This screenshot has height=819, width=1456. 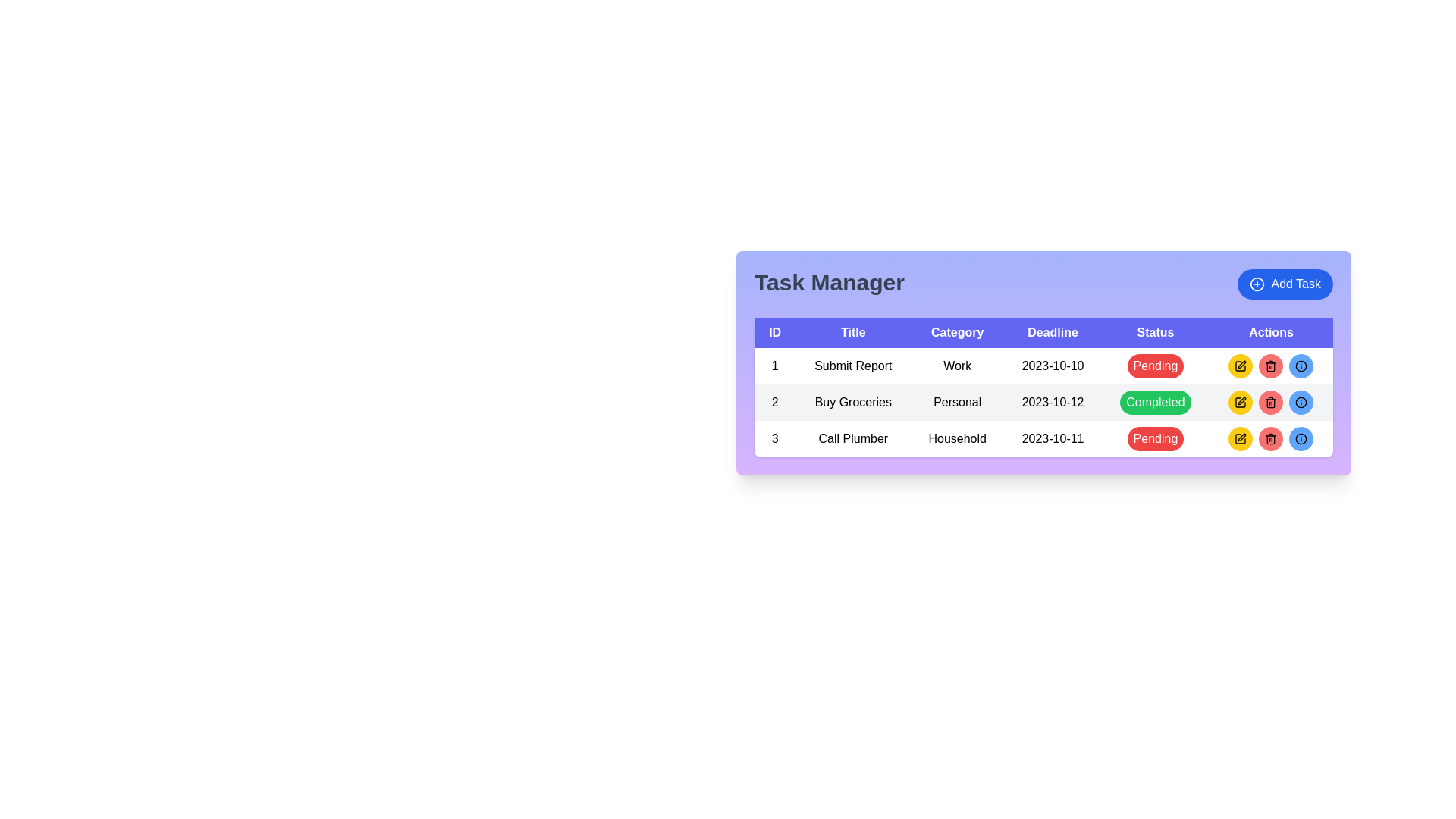 I want to click on the status button in the first row of the 'Status' column in the 'Task Manager' table corresponding to the 'Submit Report' task to interact with it, so click(x=1154, y=366).